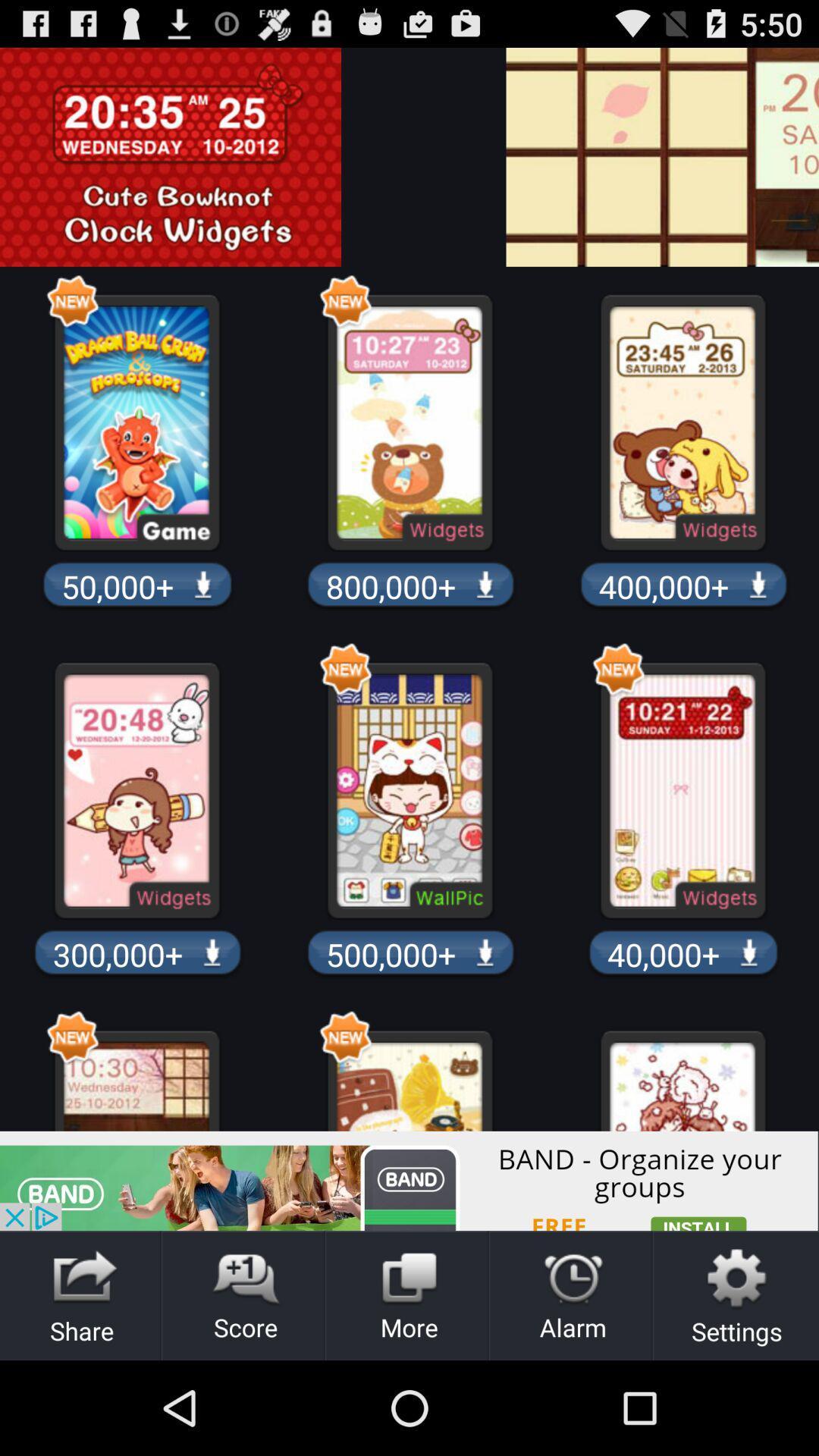 This screenshot has height=1456, width=819. I want to click on the advertising page, so click(807, 157).